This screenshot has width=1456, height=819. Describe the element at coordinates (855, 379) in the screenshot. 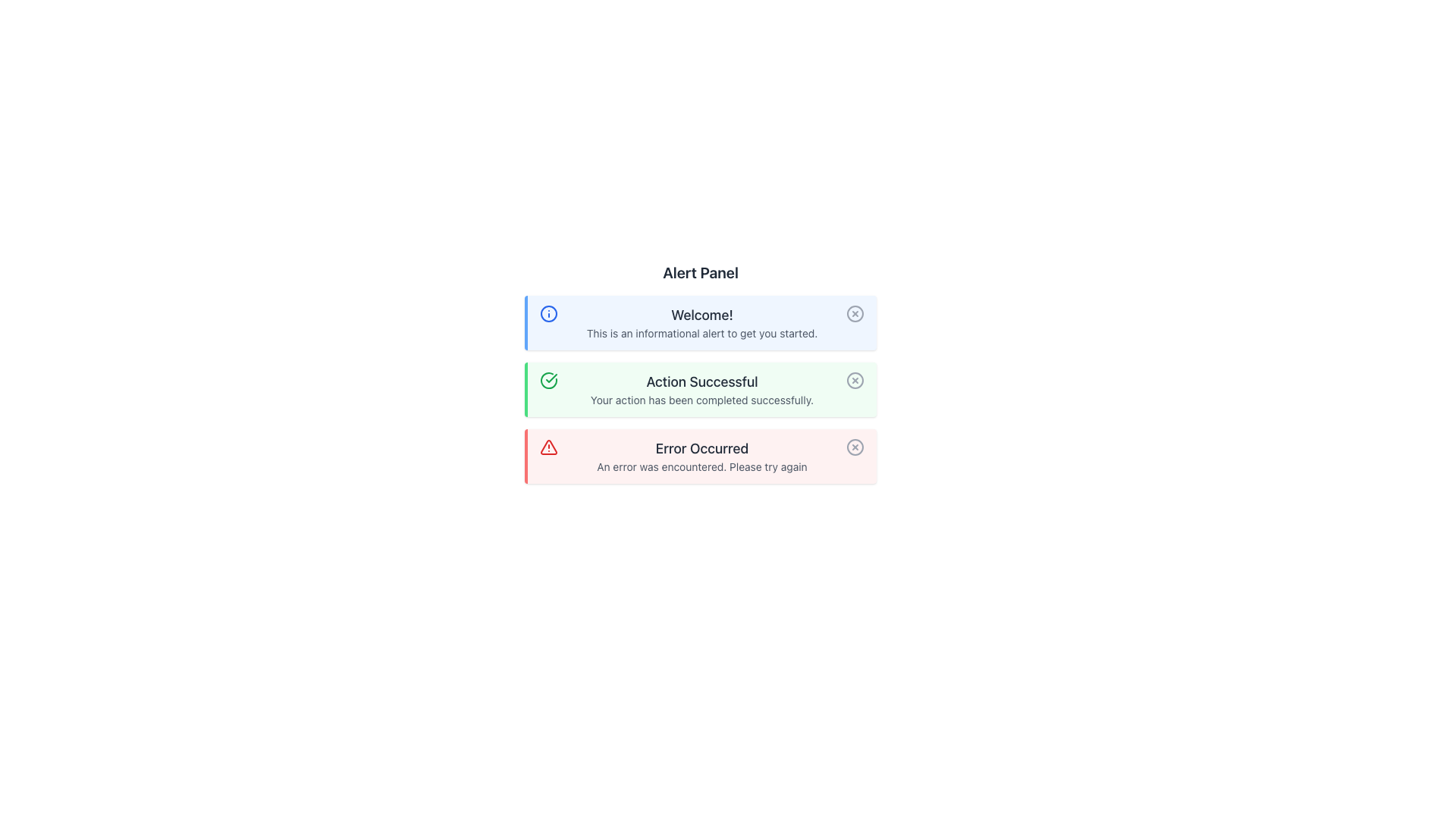

I see `the dismiss button located in the top-right corner of the 'Action Successful' alert panel` at that location.